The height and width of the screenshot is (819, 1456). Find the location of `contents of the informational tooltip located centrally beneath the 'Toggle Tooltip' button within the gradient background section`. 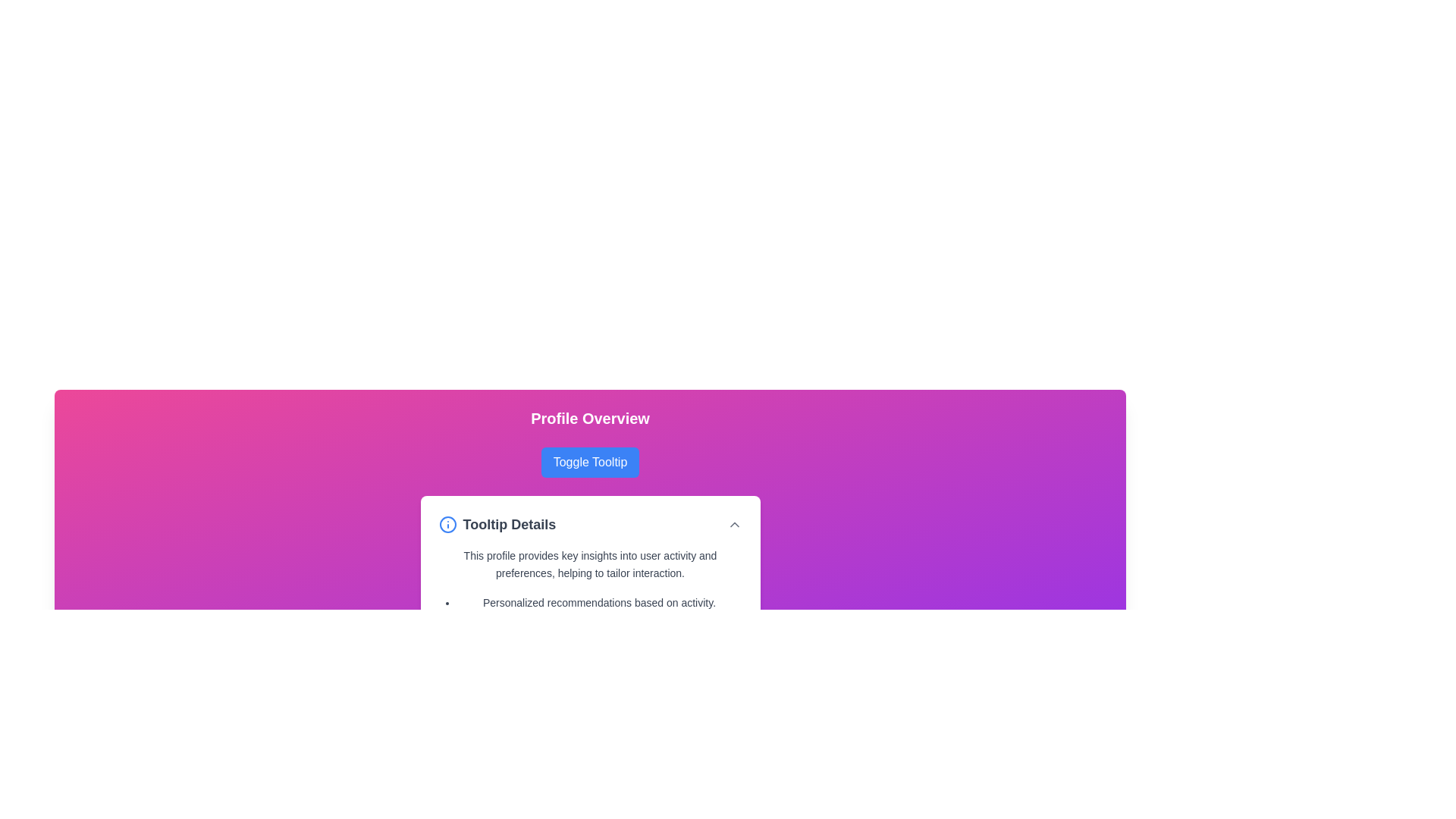

contents of the informational tooltip located centrally beneath the 'Toggle Tooltip' button within the gradient background section is located at coordinates (589, 579).